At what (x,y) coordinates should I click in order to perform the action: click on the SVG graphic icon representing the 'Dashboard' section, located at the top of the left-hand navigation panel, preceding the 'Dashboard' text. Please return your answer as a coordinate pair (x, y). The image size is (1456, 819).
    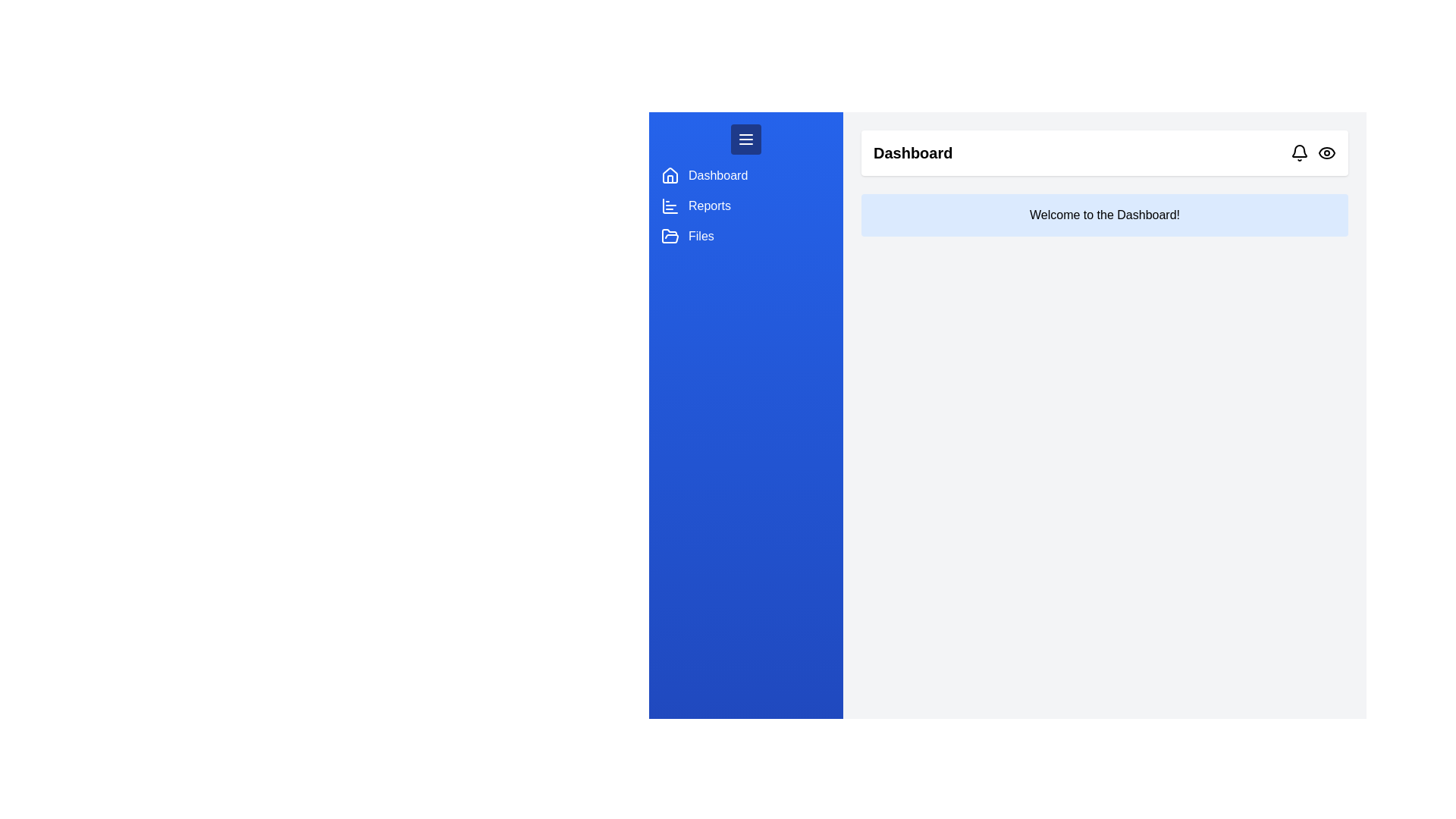
    Looking at the image, I should click on (669, 174).